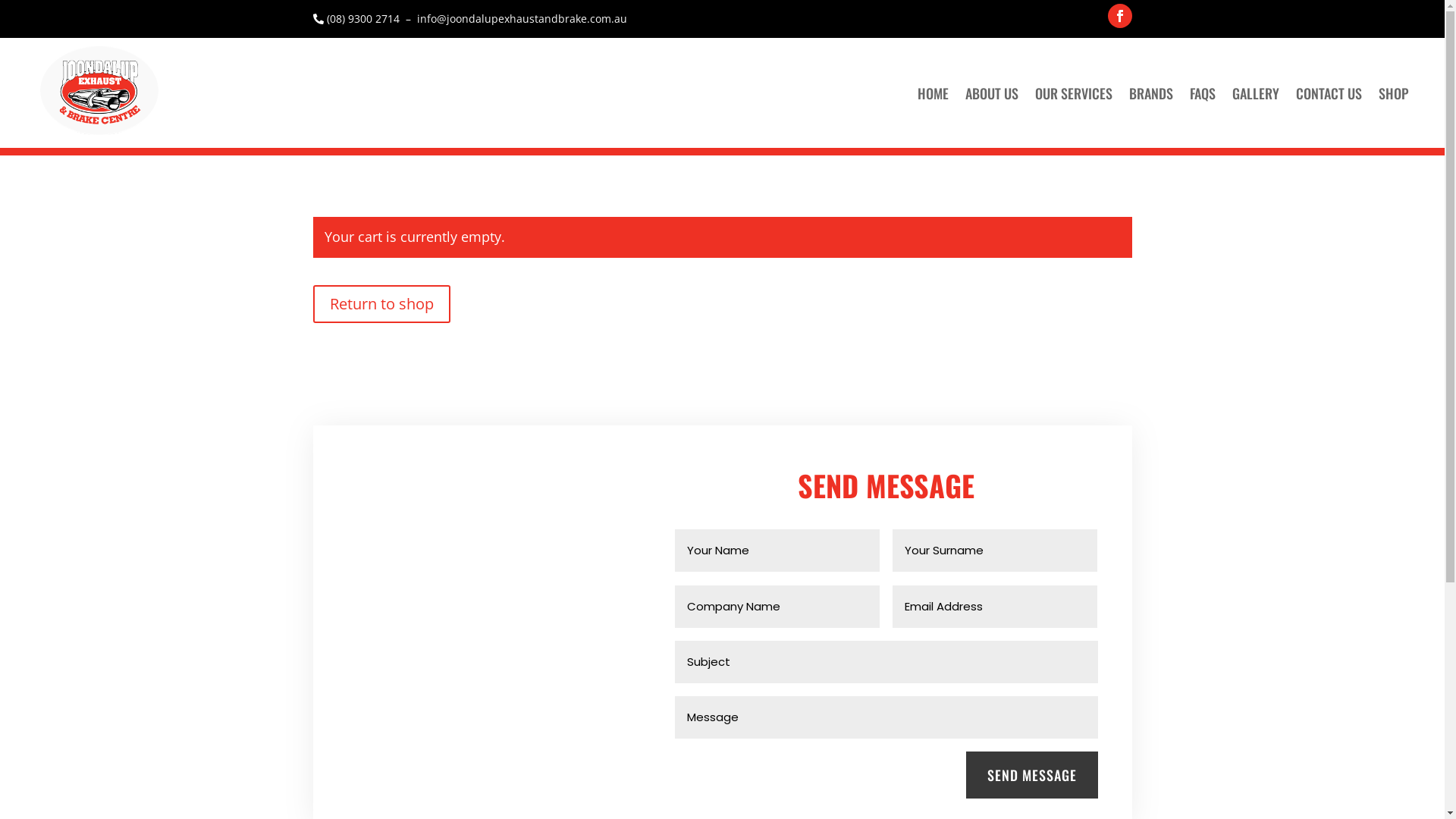 The width and height of the screenshot is (1456, 819). What do you see at coordinates (1189, 93) in the screenshot?
I see `'FAQS'` at bounding box center [1189, 93].